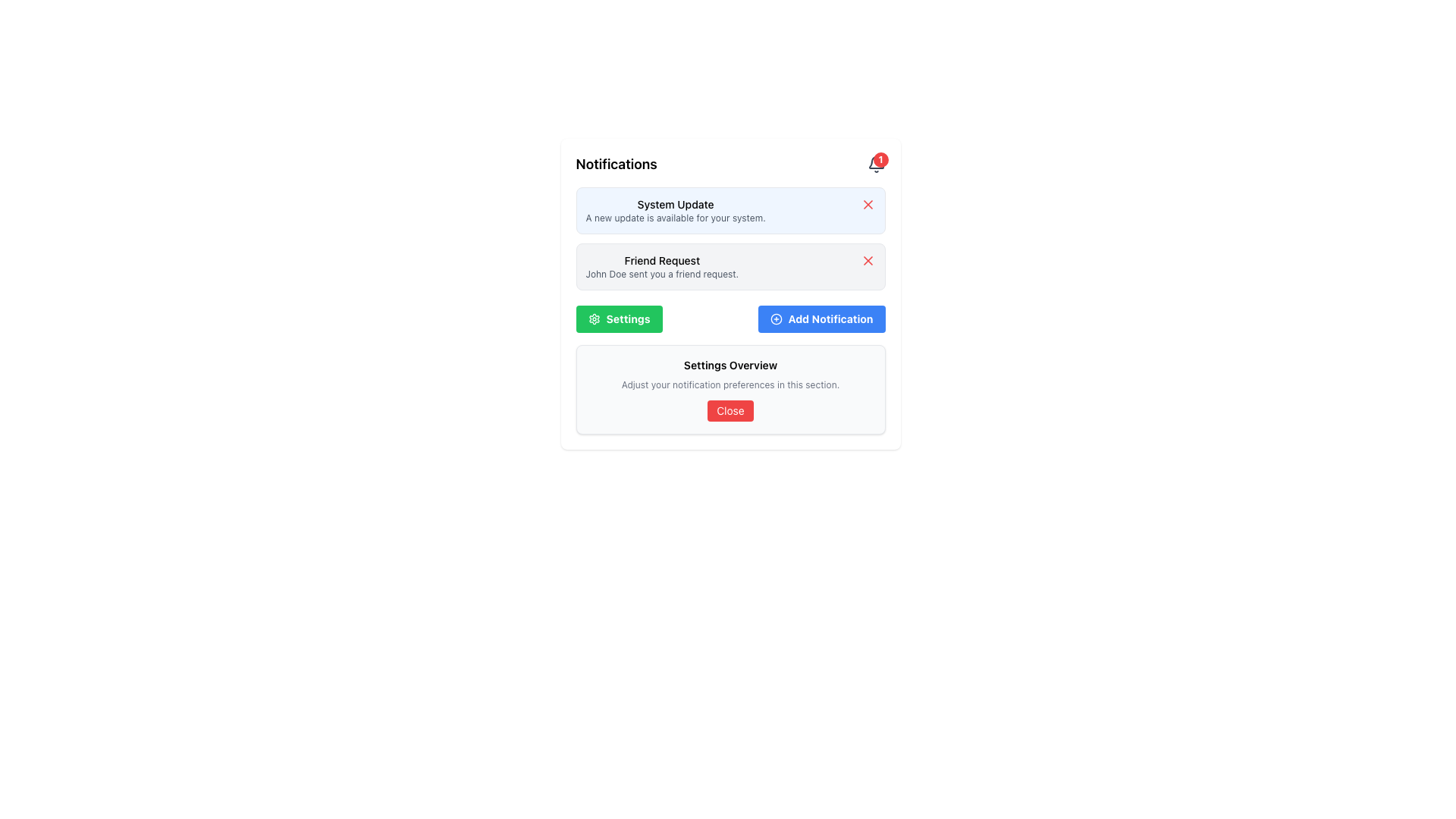 The width and height of the screenshot is (1456, 819). What do you see at coordinates (821, 318) in the screenshot?
I see `the 'Add Notification' button, which has a blue background and white bold text` at bounding box center [821, 318].